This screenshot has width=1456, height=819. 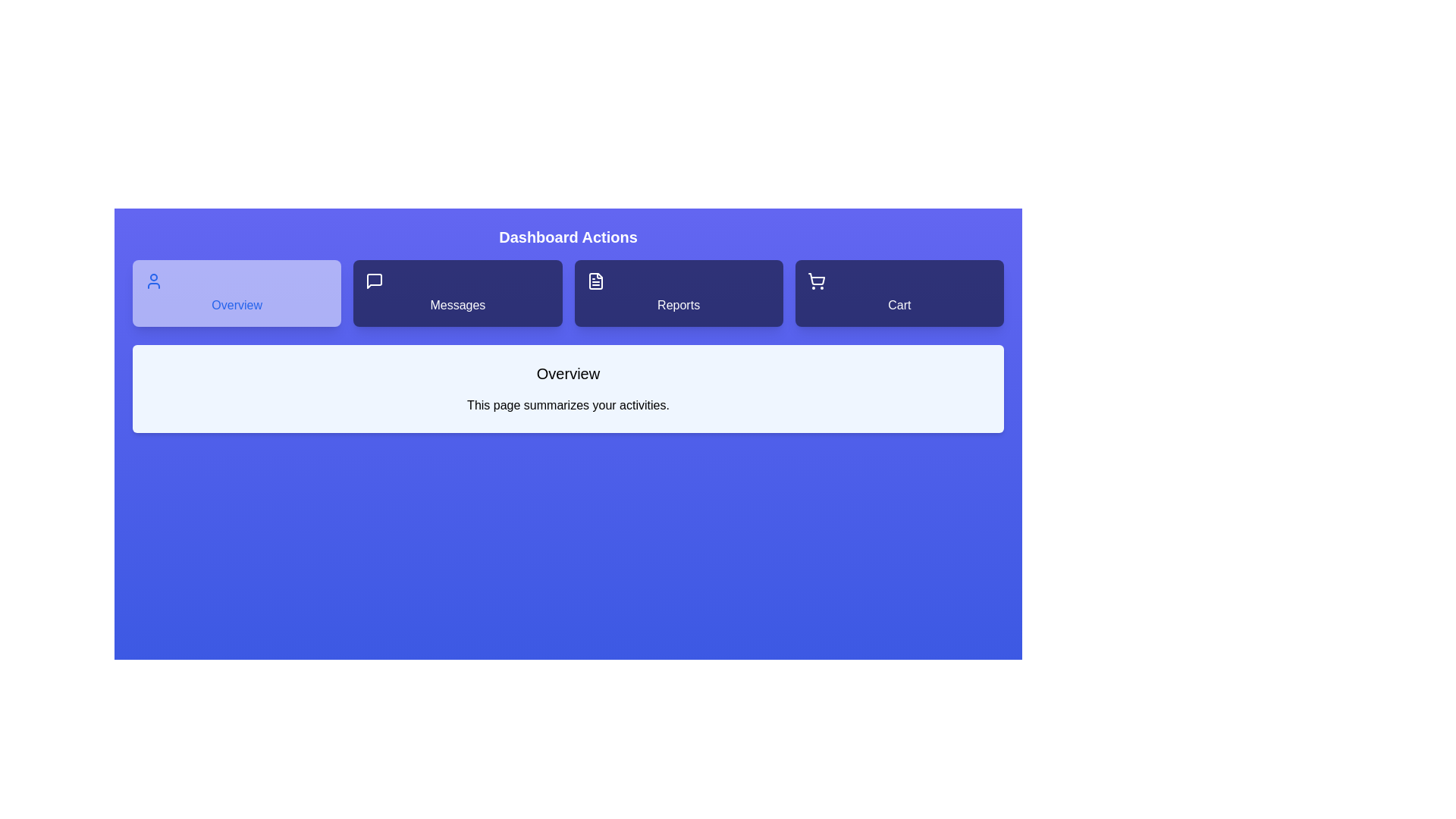 I want to click on the Reports tab to view its content, so click(x=678, y=293).